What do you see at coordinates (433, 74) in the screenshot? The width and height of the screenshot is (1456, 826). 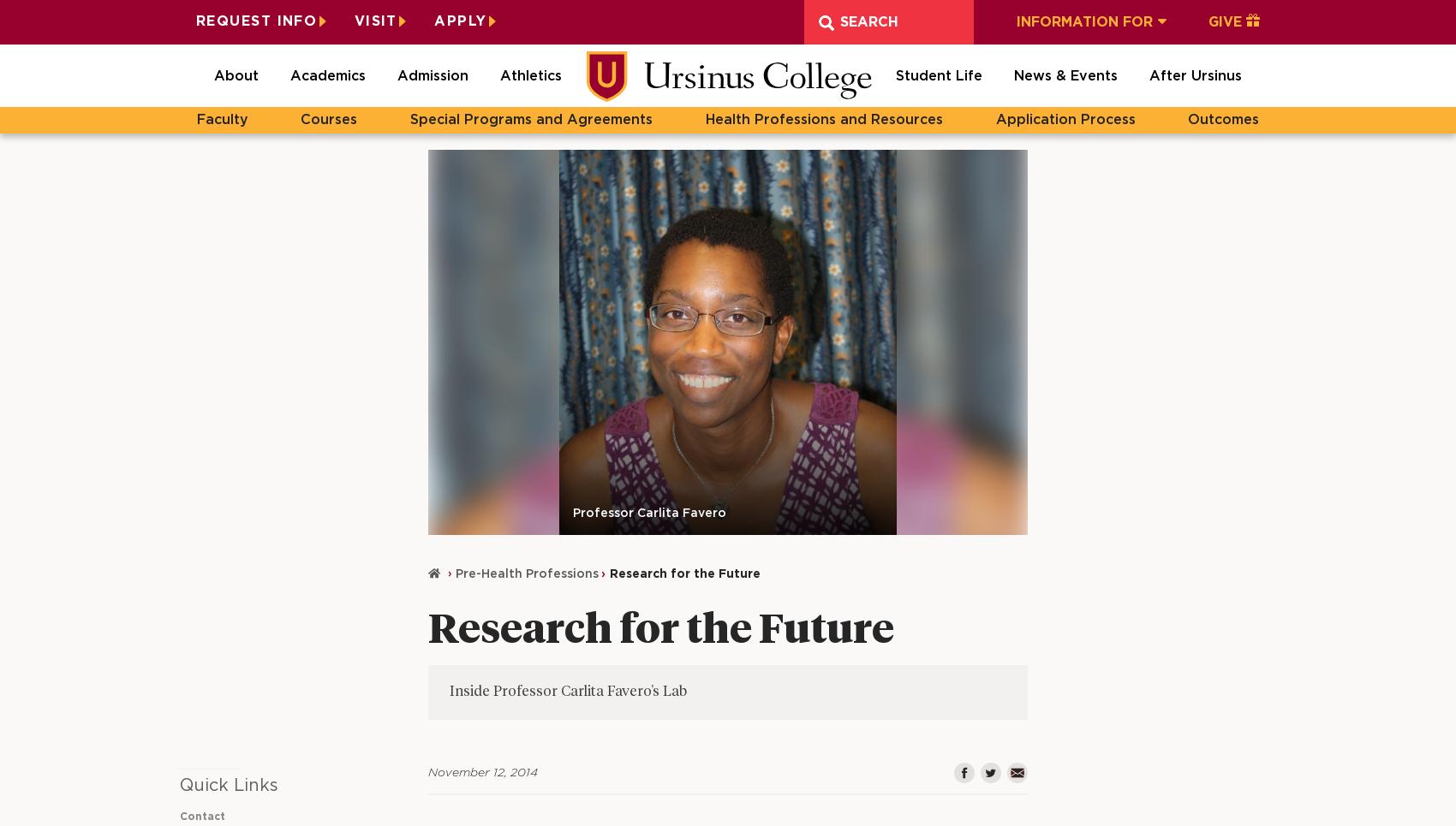 I see `'Admission'` at bounding box center [433, 74].